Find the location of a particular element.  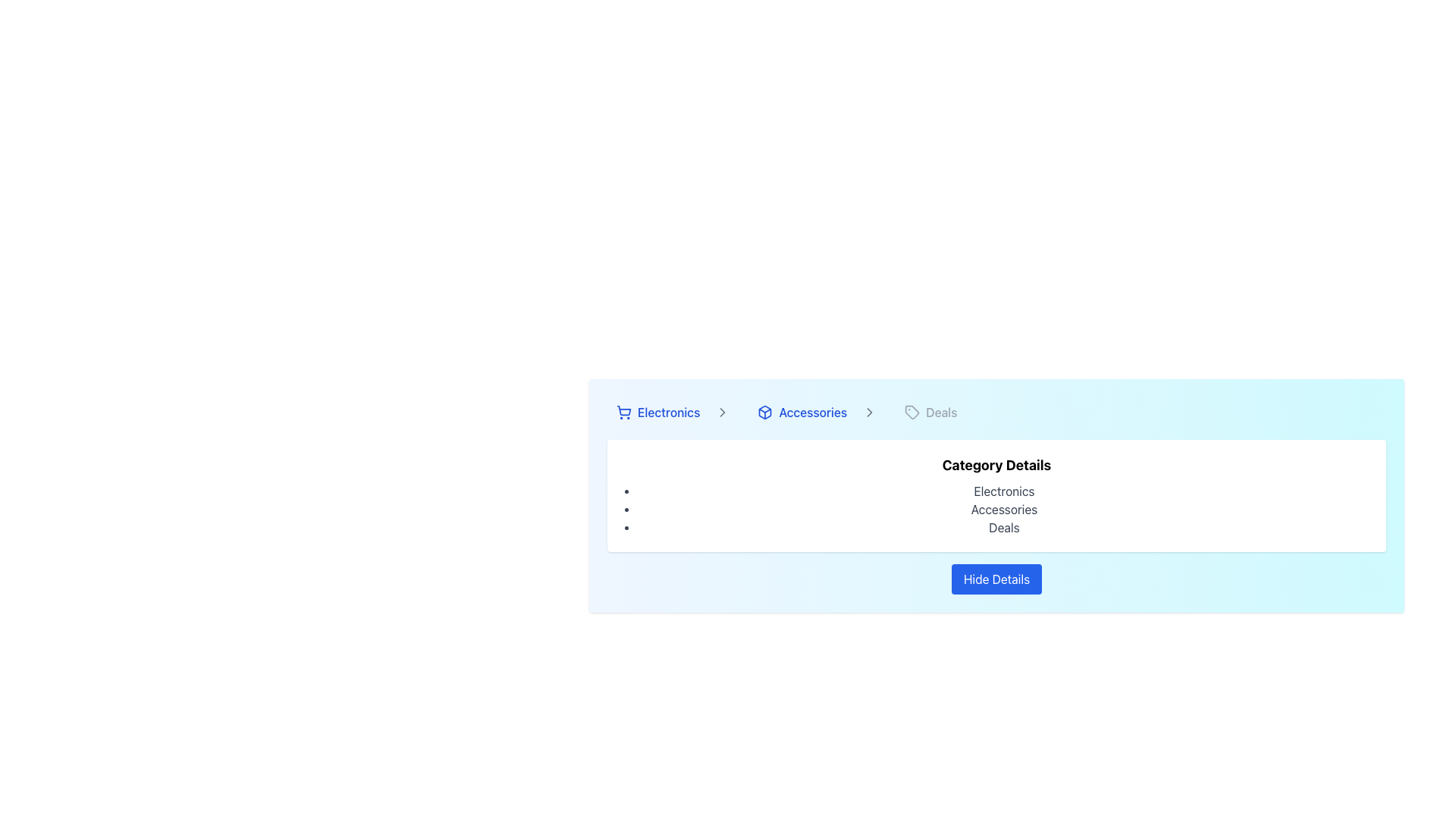

the shopping cart icon in the breadcrumb navigation bar to trigger the tooltip is located at coordinates (624, 410).